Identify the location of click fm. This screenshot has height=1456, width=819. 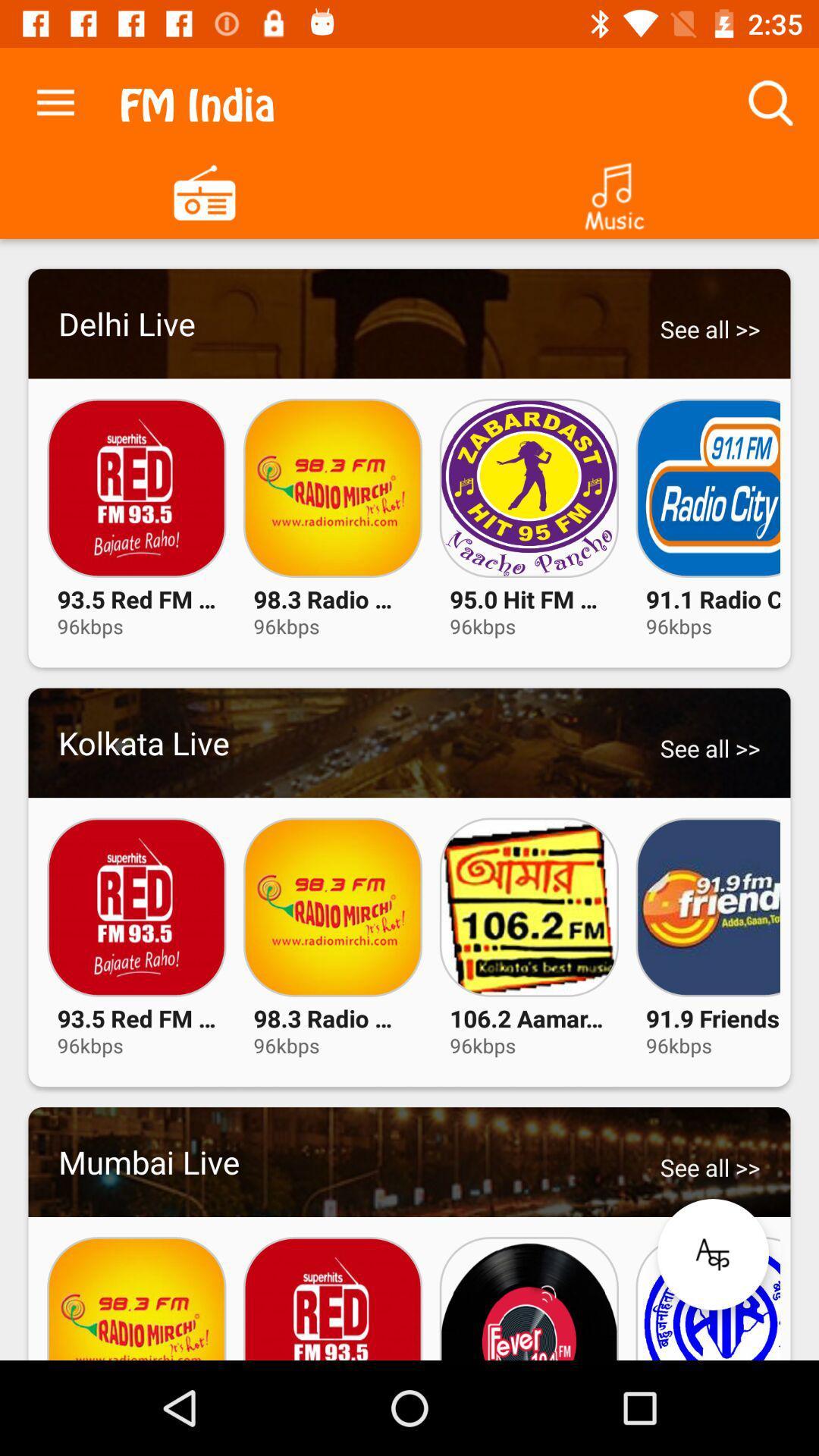
(205, 190).